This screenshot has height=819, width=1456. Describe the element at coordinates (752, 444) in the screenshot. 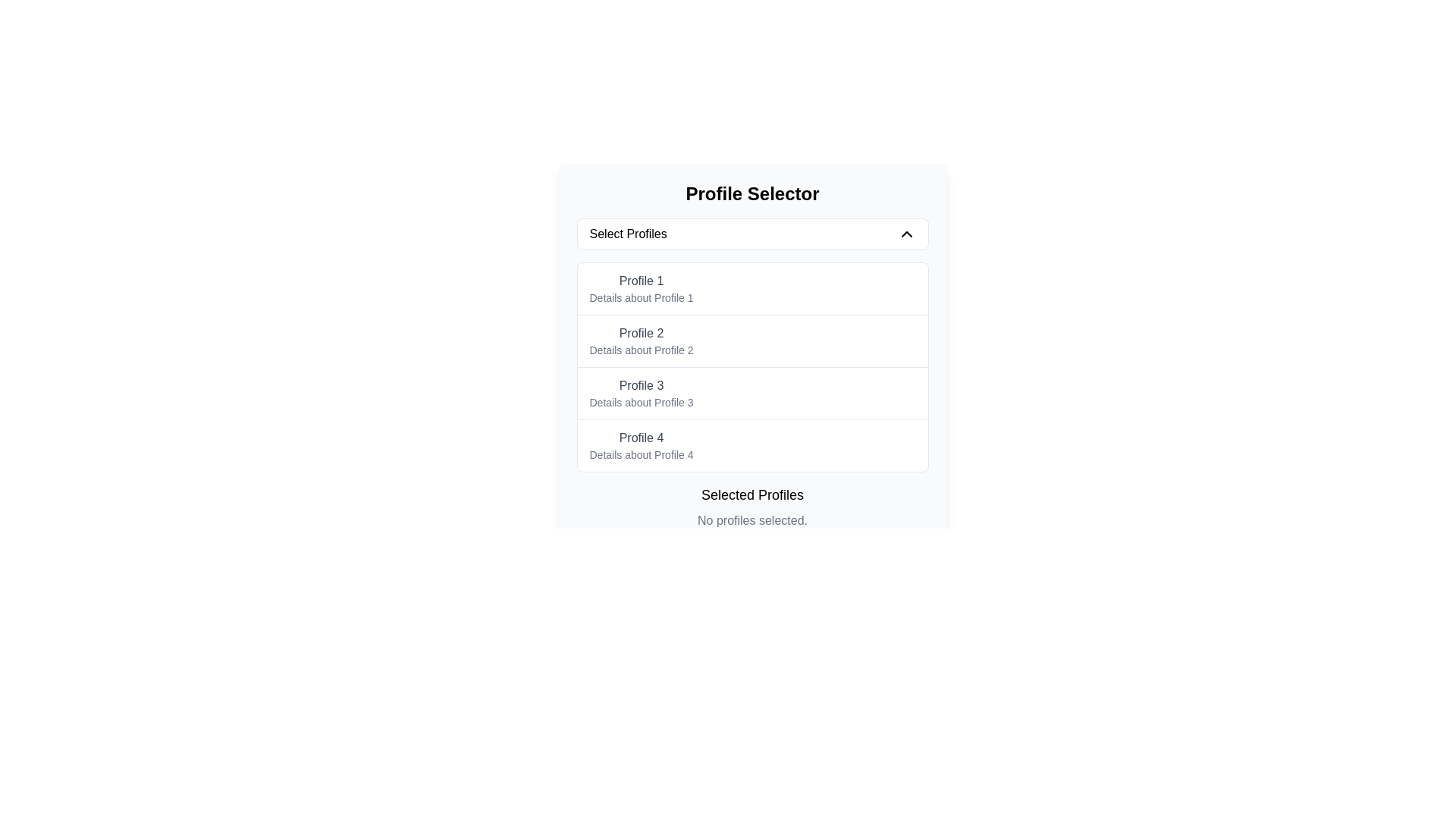

I see `the list item labeled 'Profile 4' for keyboard interaction` at that location.